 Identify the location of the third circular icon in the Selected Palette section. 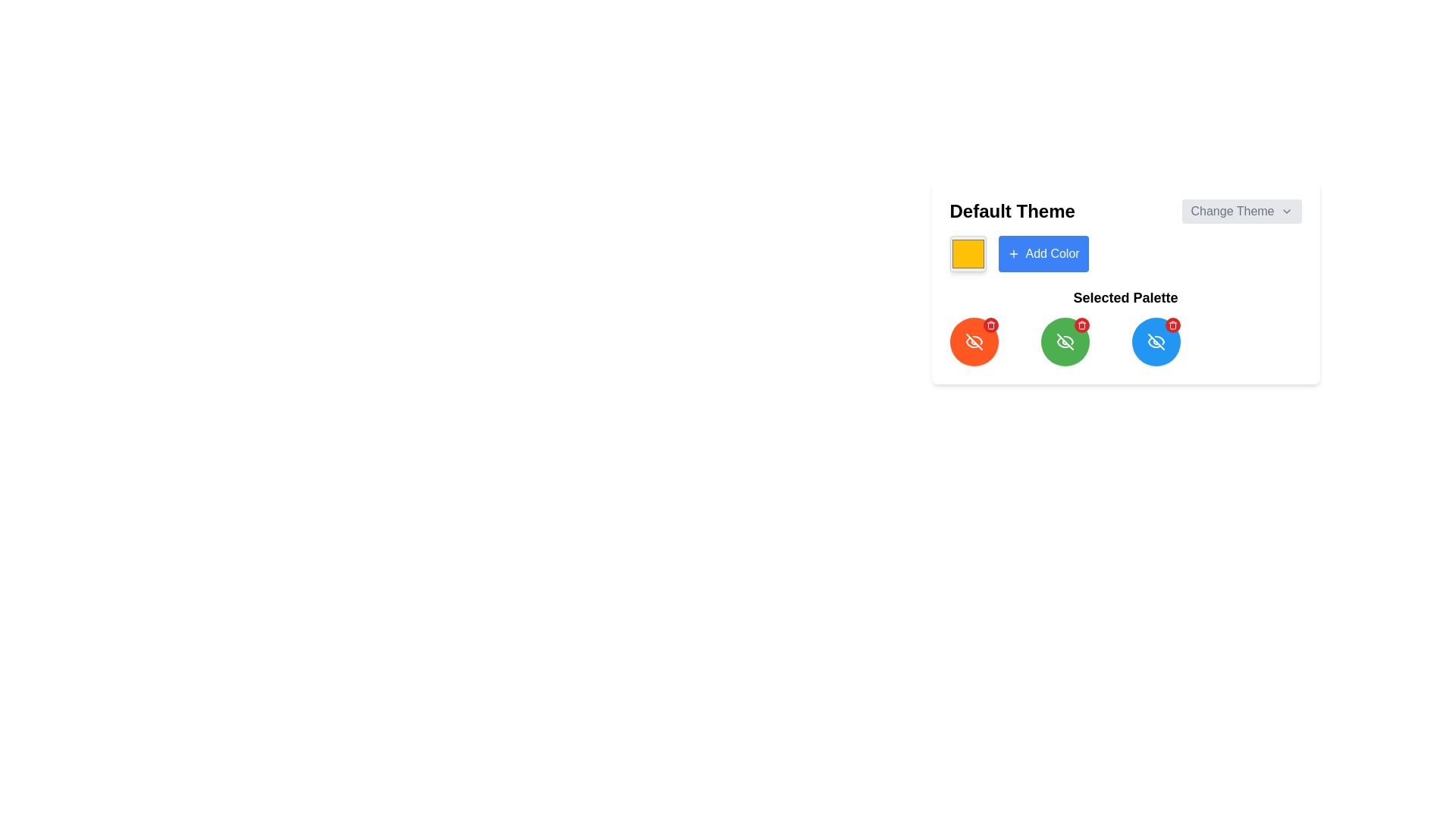
(1155, 342).